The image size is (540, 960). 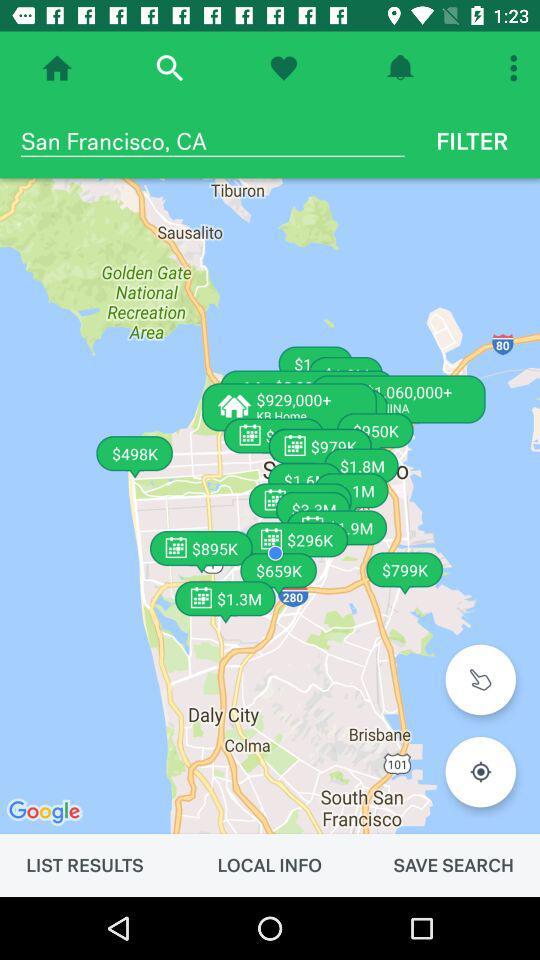 What do you see at coordinates (472, 140) in the screenshot?
I see `icon to the right of san francisco, ca item` at bounding box center [472, 140].